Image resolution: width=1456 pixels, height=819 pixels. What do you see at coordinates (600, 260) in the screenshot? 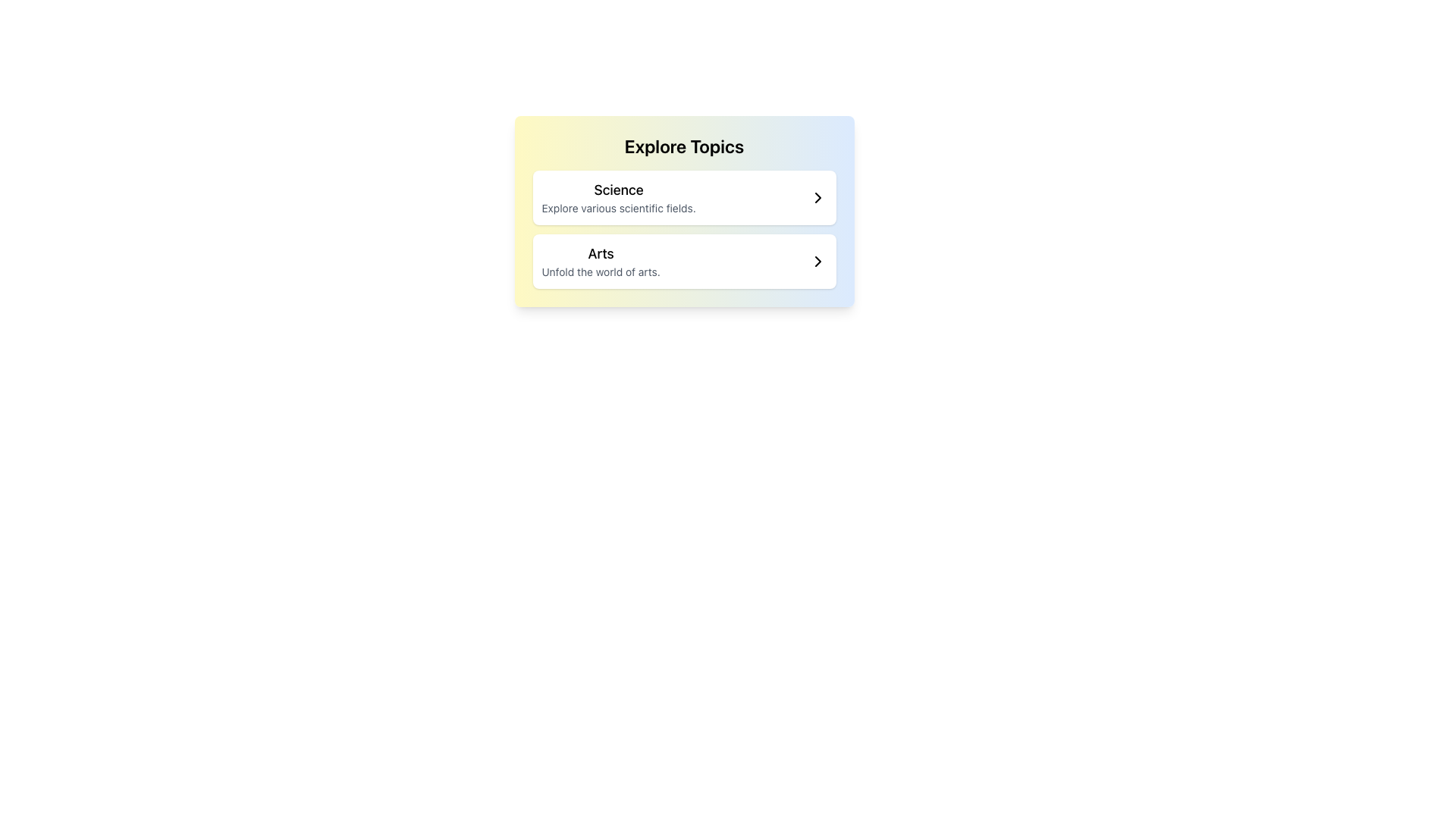
I see `text in the title and description block for the topic 'Arts', which is located in the second card under the 'Explore Topics' header, below the 'Science' entry` at bounding box center [600, 260].